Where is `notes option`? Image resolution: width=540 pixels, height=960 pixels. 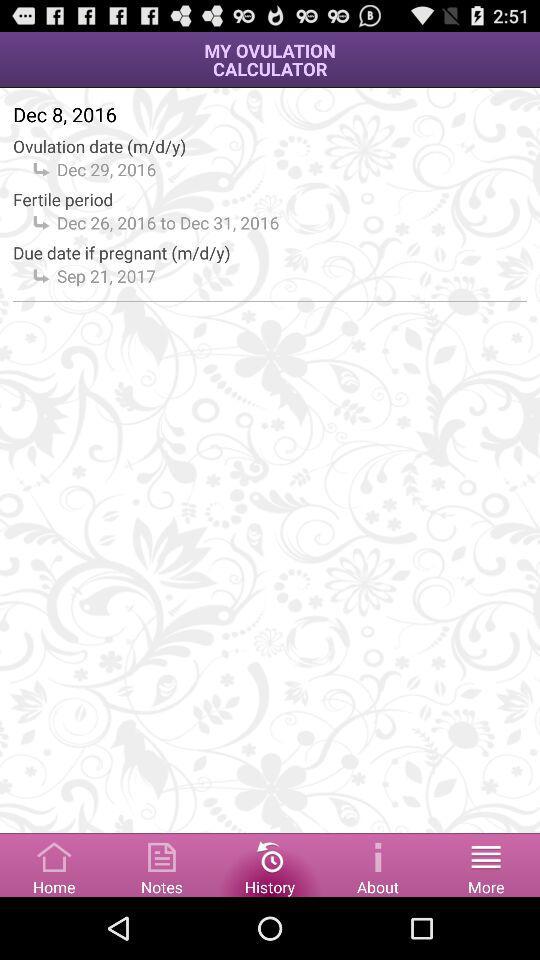
notes option is located at coordinates (161, 863).